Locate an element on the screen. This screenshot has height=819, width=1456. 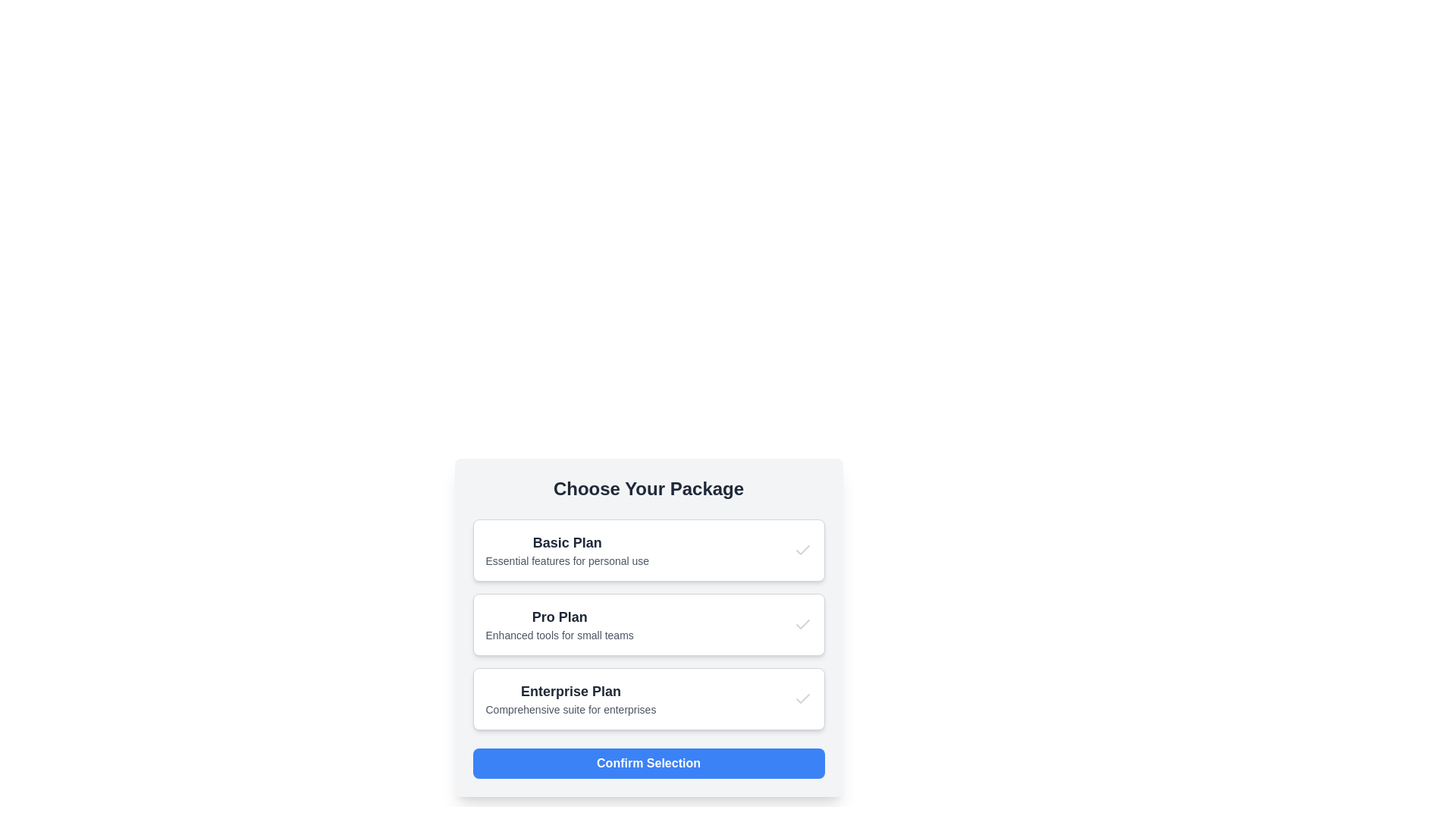
the checkbox on the 'Pro Plan' selection card located under the 'Basic Plan' and above the 'Enterprise Plan' in the 'Choose Your Package' section is located at coordinates (648, 625).